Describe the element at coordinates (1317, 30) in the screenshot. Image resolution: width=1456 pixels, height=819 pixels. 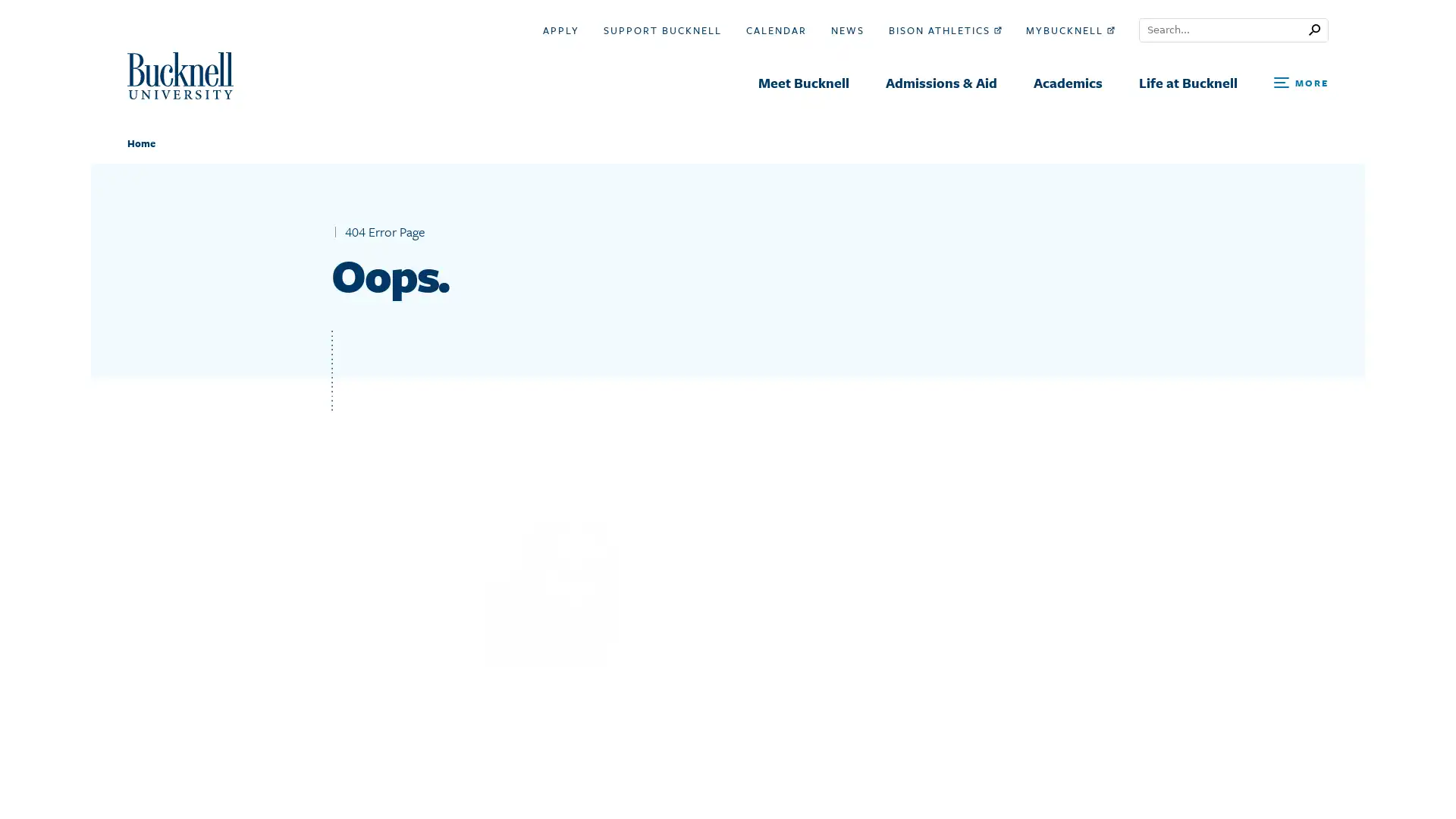
I see `Submit` at that location.